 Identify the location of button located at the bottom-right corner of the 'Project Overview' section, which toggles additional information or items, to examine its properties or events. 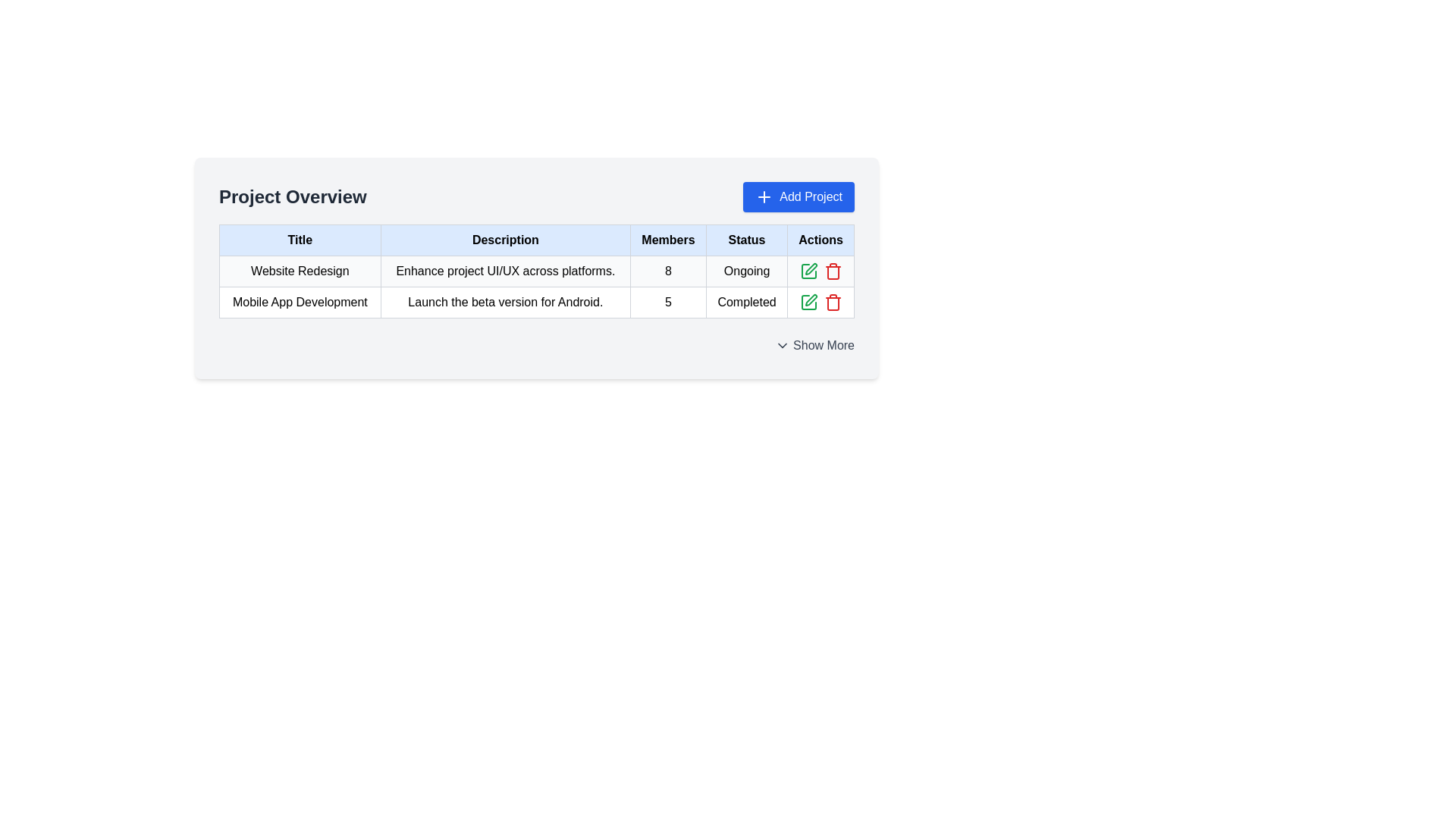
(814, 345).